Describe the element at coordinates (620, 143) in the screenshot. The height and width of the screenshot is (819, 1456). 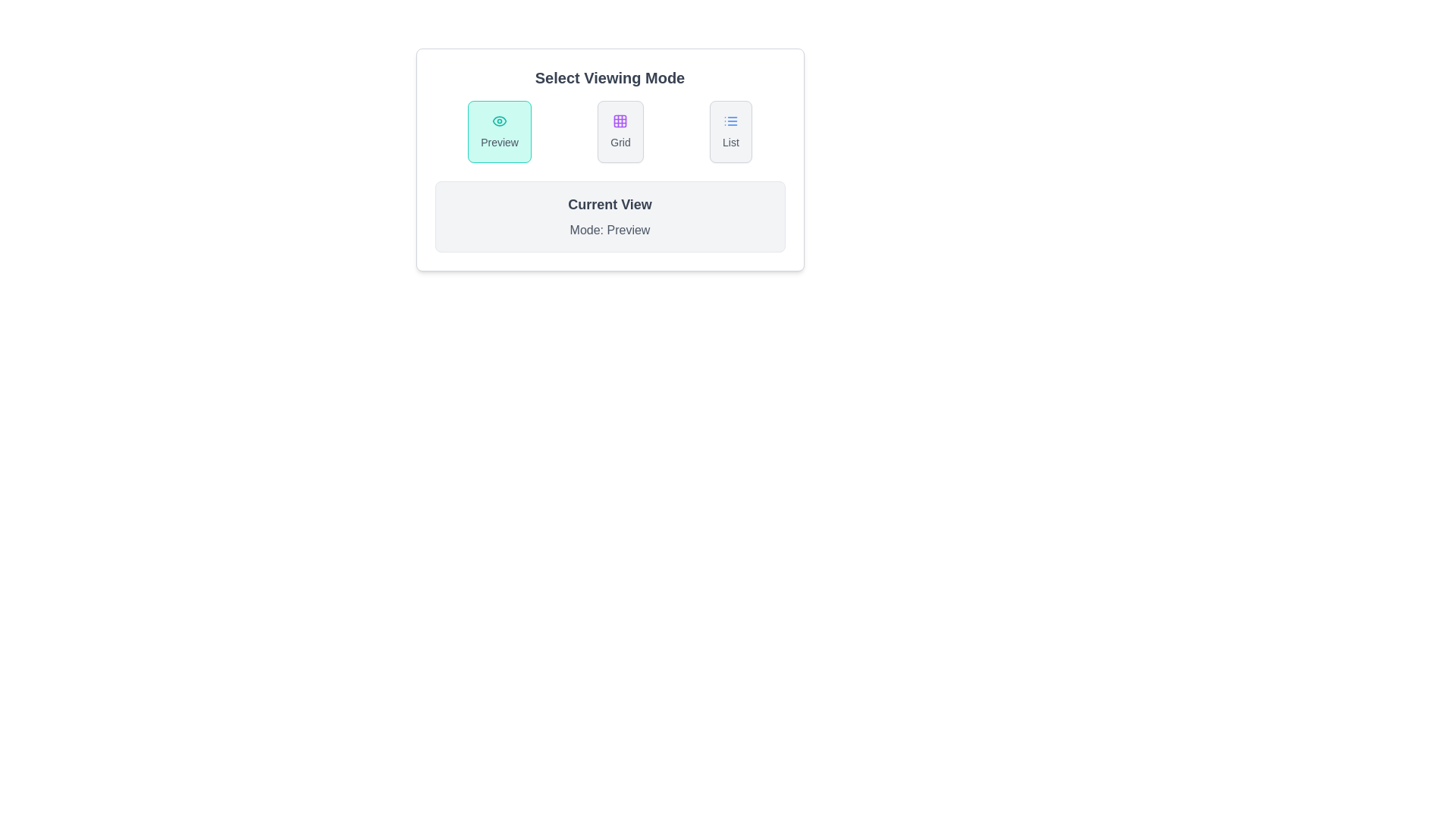
I see `the 'Grid' label within the button that indicates the grid-view mode option under the 'Select Viewing Mode' heading` at that location.